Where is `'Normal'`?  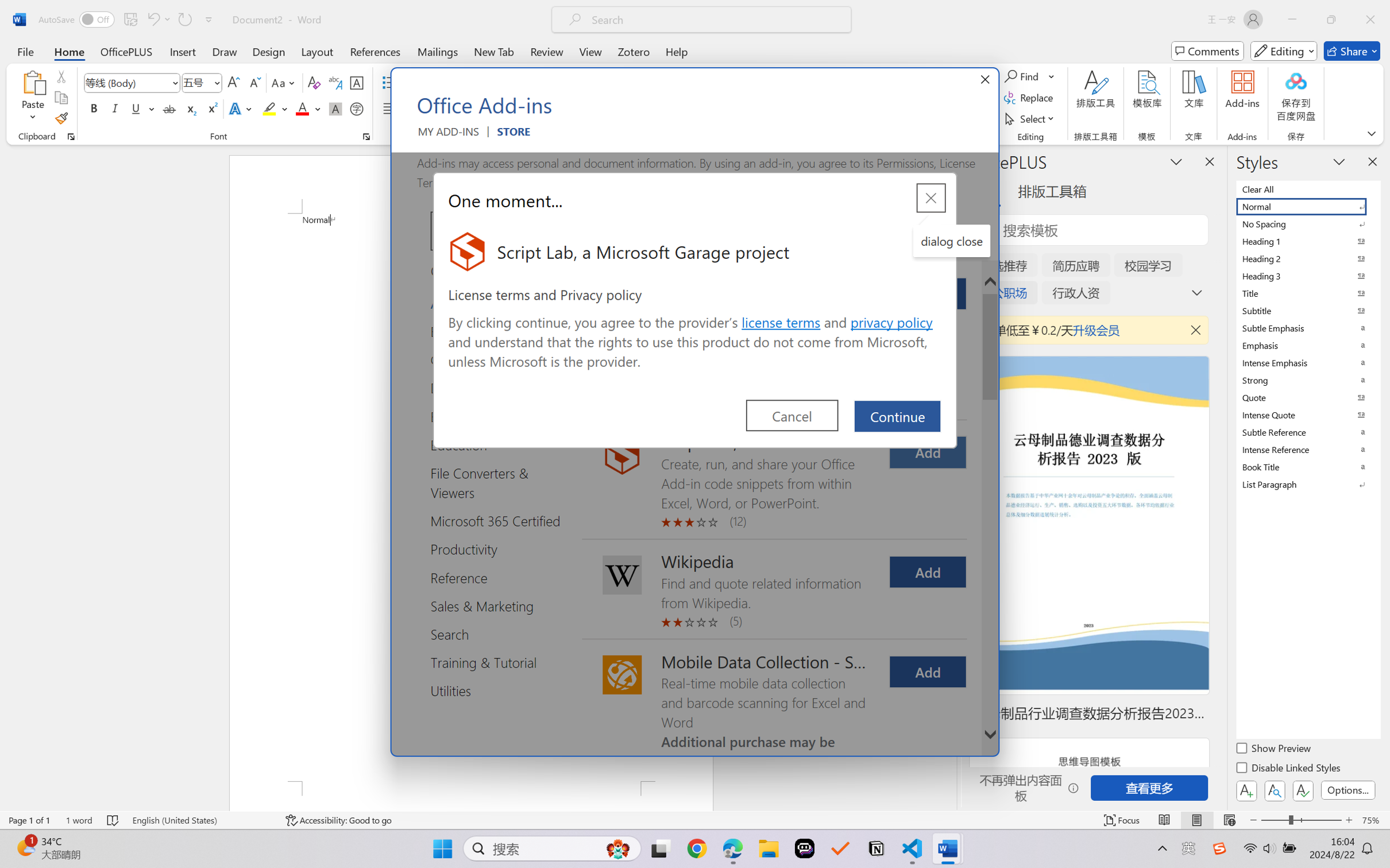 'Normal' is located at coordinates (1307, 206).